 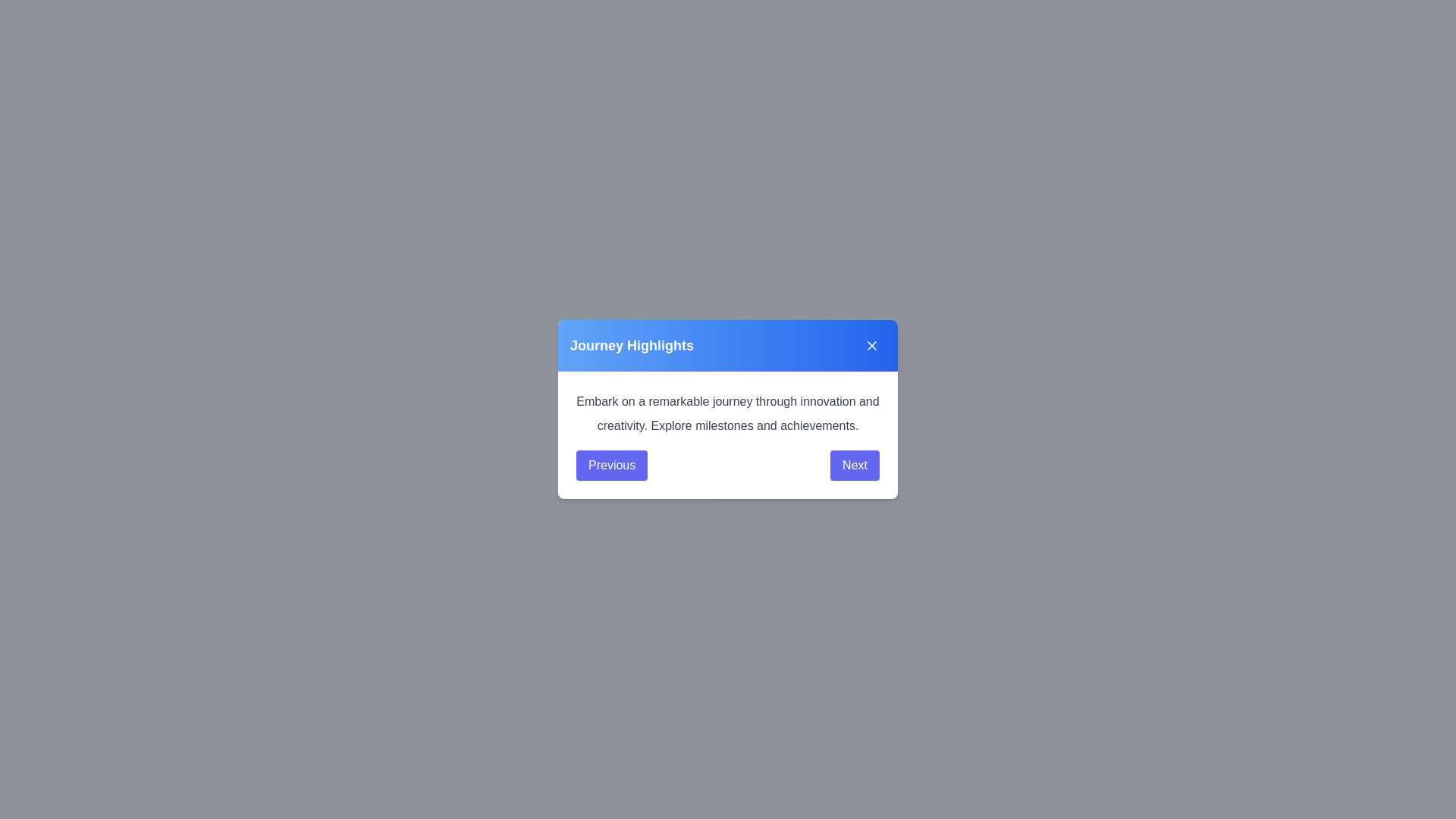 I want to click on the 'Previous' button located at the bottom-left area of the modal dialog box to change its appearance, so click(x=612, y=464).